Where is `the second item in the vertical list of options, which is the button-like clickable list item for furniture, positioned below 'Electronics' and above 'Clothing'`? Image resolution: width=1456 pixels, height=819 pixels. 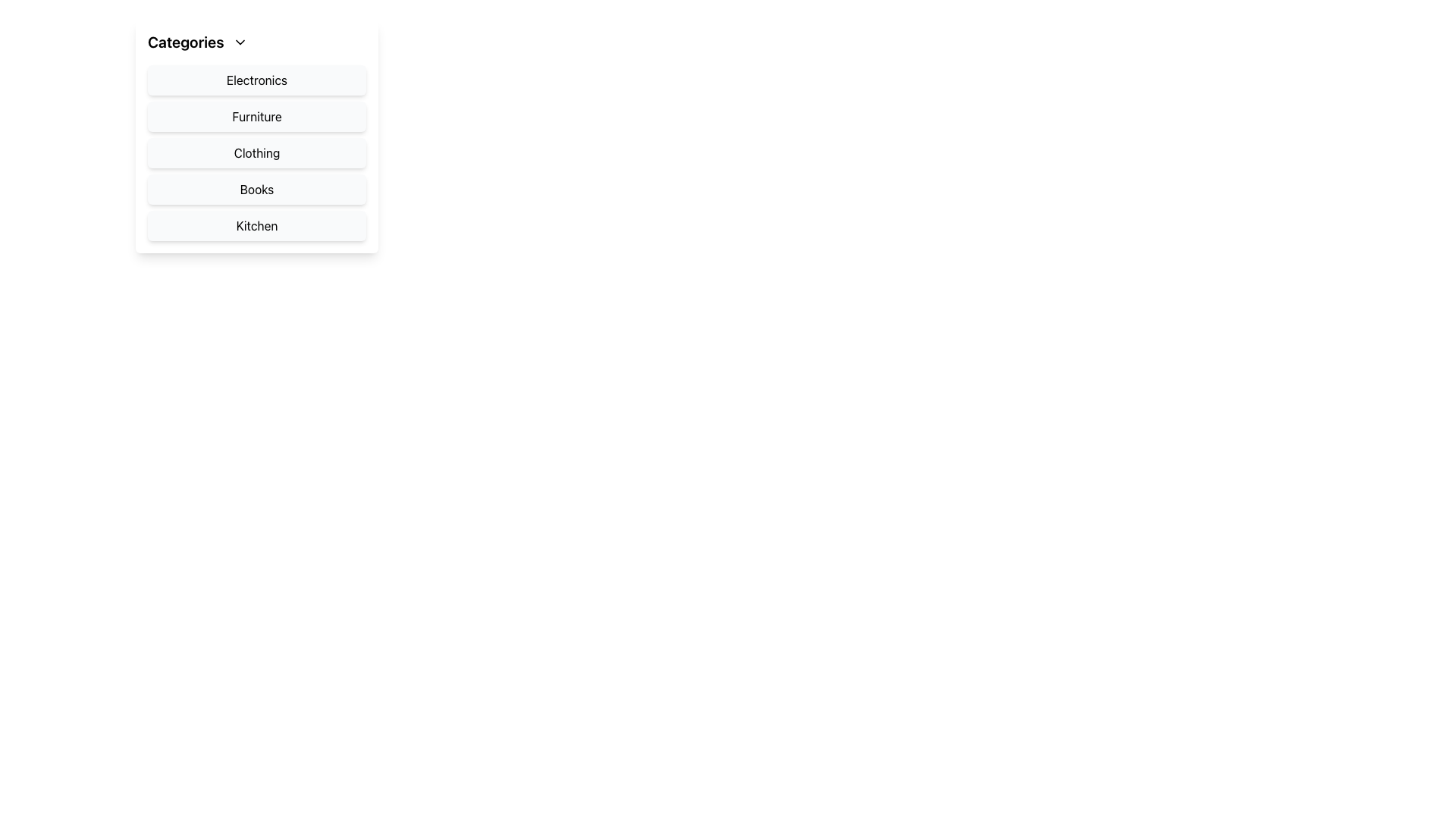 the second item in the vertical list of options, which is the button-like clickable list item for furniture, positioned below 'Electronics' and above 'Clothing' is located at coordinates (257, 116).